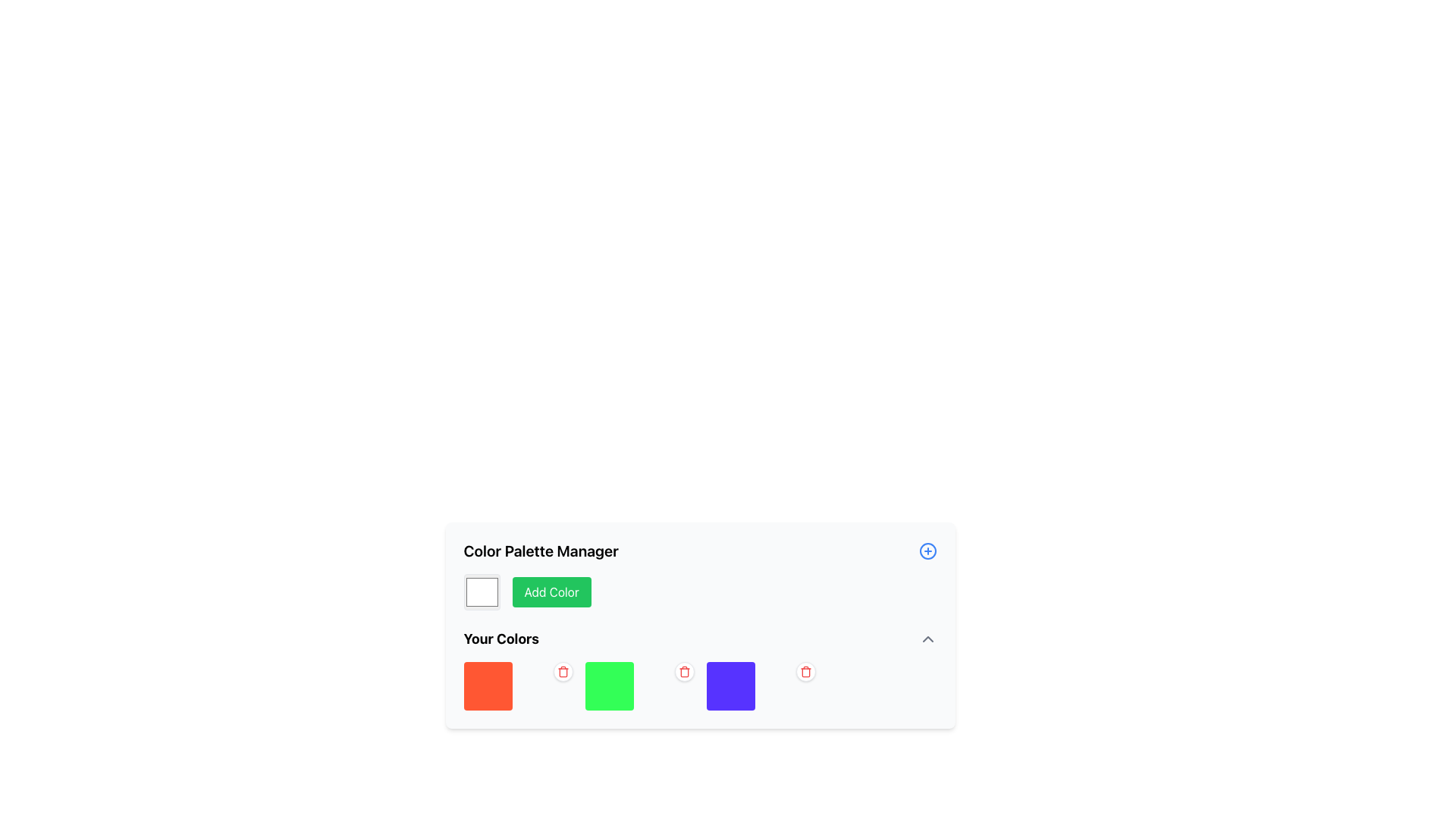 The height and width of the screenshot is (819, 1456). Describe the element at coordinates (683, 671) in the screenshot. I see `the delete button located in the top-right corner of the color palette` at that location.